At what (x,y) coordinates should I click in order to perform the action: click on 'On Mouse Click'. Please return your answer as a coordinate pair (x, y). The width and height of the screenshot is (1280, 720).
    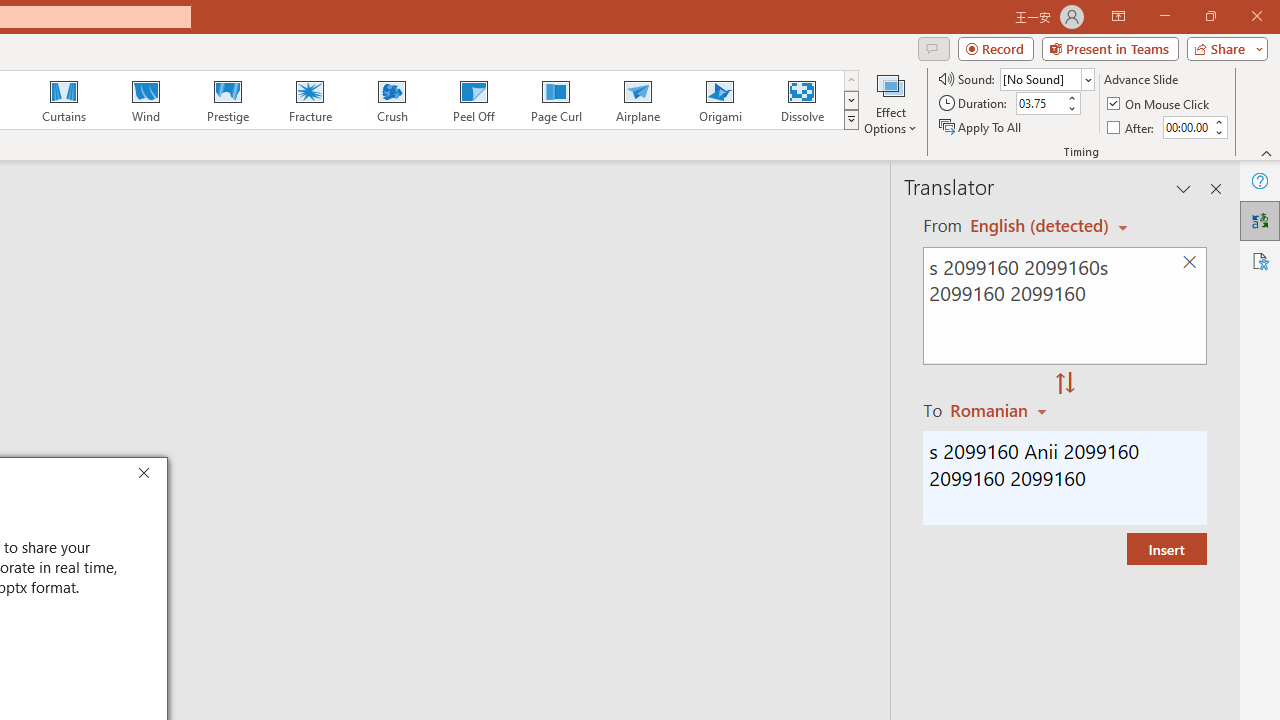
    Looking at the image, I should click on (1159, 103).